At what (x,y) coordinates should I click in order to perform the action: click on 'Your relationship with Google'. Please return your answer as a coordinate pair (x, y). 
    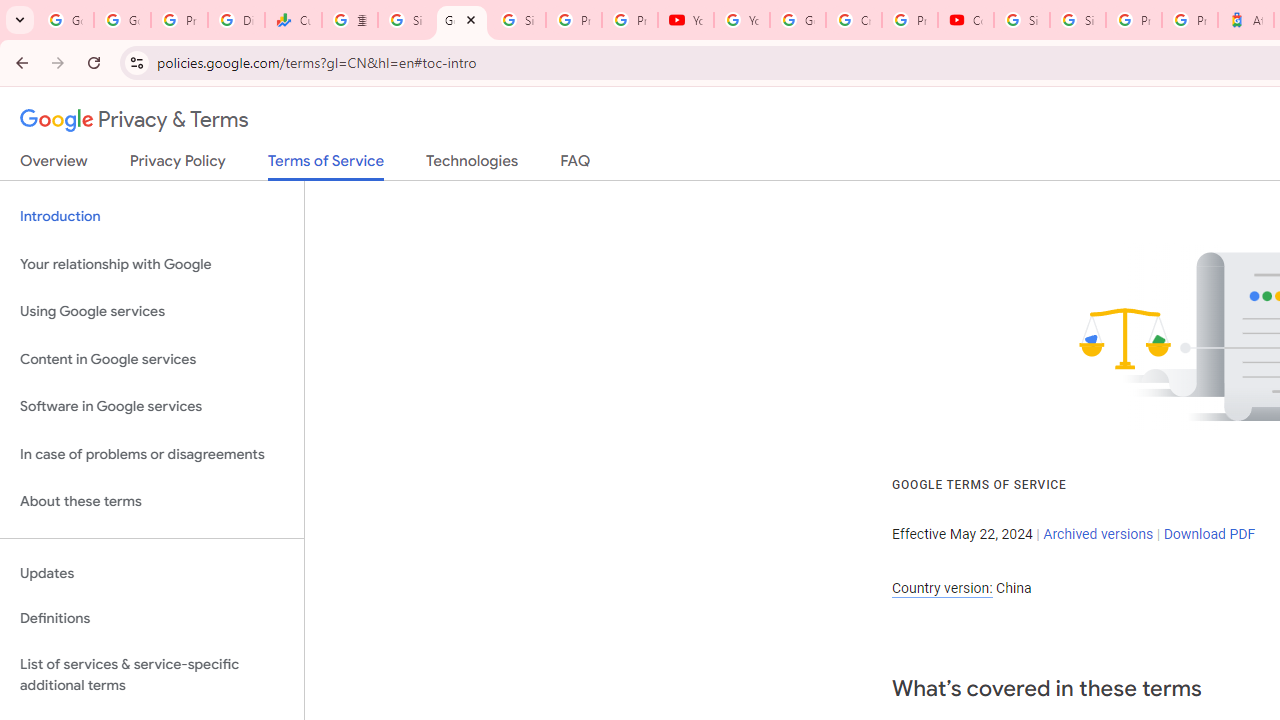
    Looking at the image, I should click on (151, 263).